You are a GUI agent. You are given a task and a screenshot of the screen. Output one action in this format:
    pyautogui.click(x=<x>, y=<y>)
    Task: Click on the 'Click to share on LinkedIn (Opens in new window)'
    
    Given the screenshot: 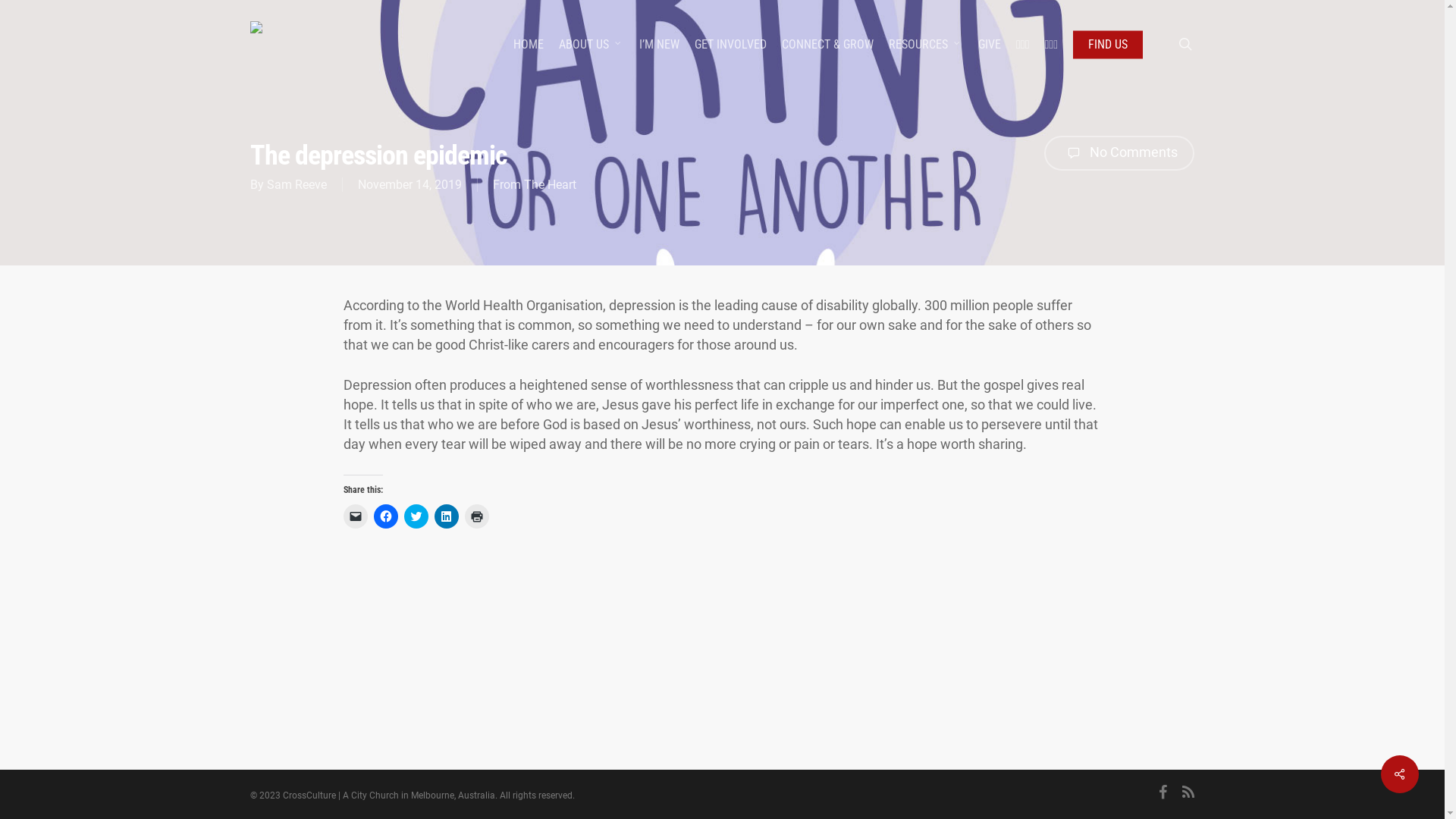 What is the action you would take?
    pyautogui.click(x=445, y=516)
    